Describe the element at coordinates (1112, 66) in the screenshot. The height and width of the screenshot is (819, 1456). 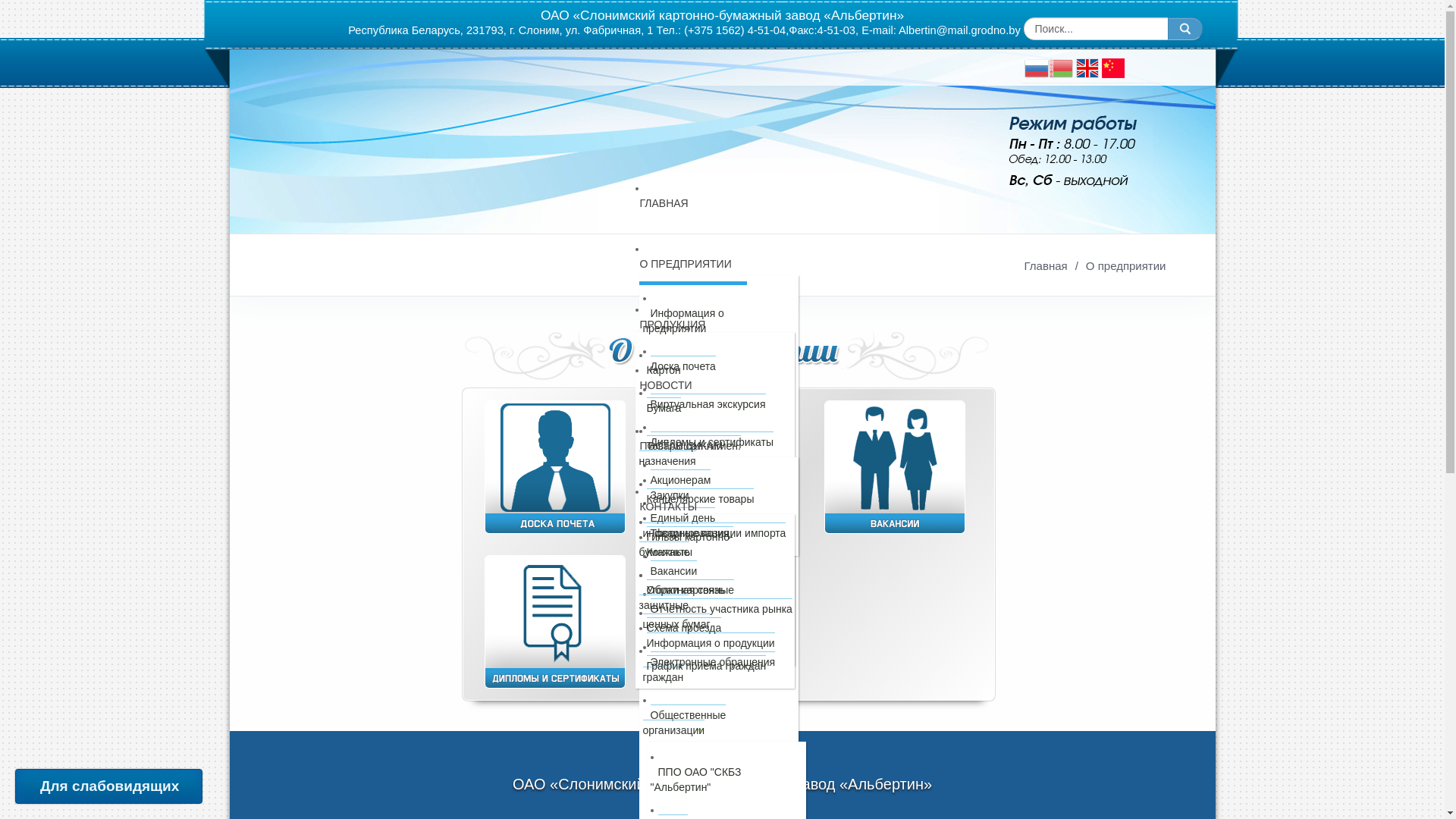
I see `'Chinese'` at that location.